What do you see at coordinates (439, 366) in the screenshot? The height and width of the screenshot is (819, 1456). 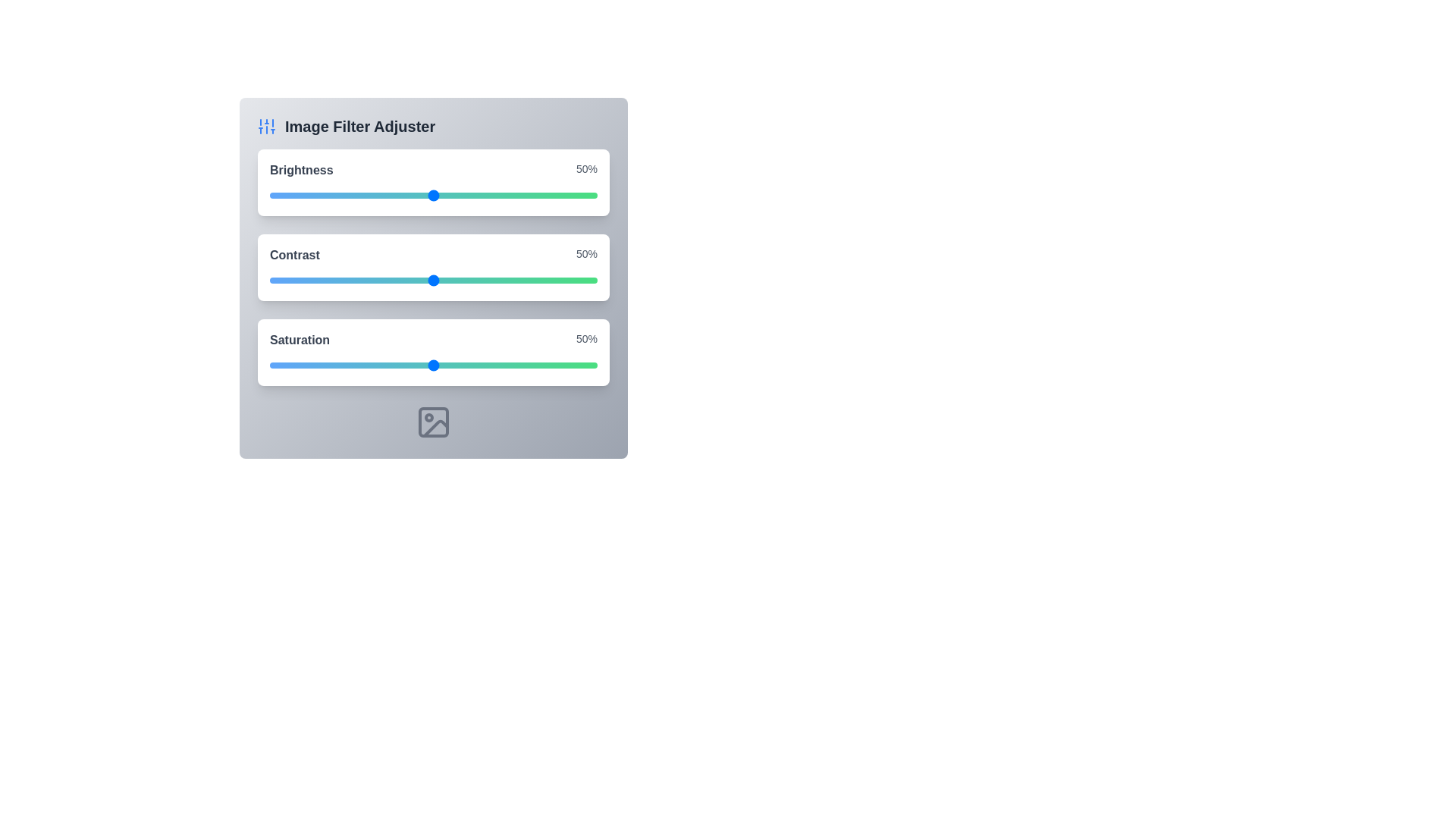 I see `the saturation slider to 52%` at bounding box center [439, 366].